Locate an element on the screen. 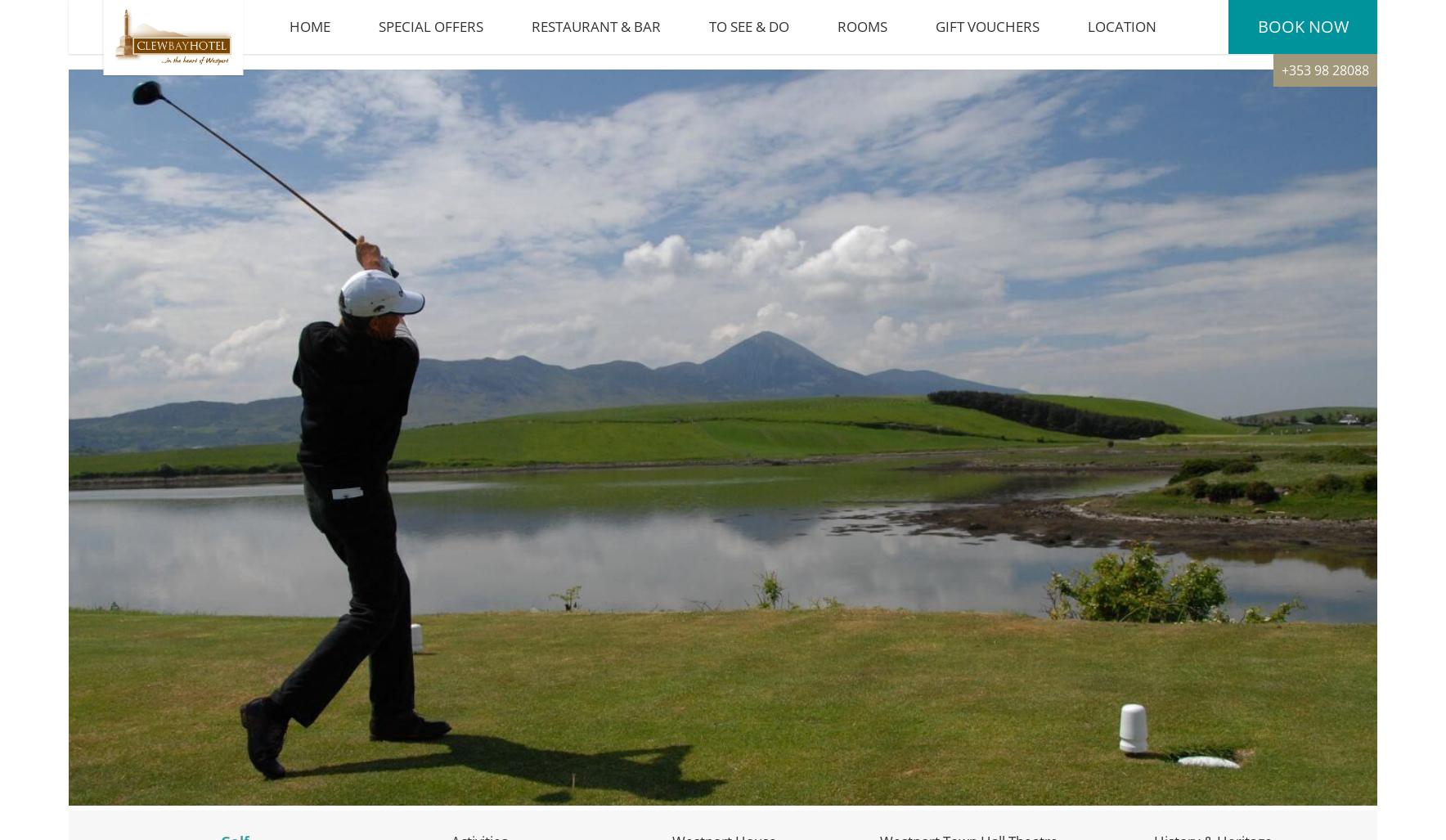 Image resolution: width=1446 pixels, height=840 pixels. 'Book' is located at coordinates (1280, 34).